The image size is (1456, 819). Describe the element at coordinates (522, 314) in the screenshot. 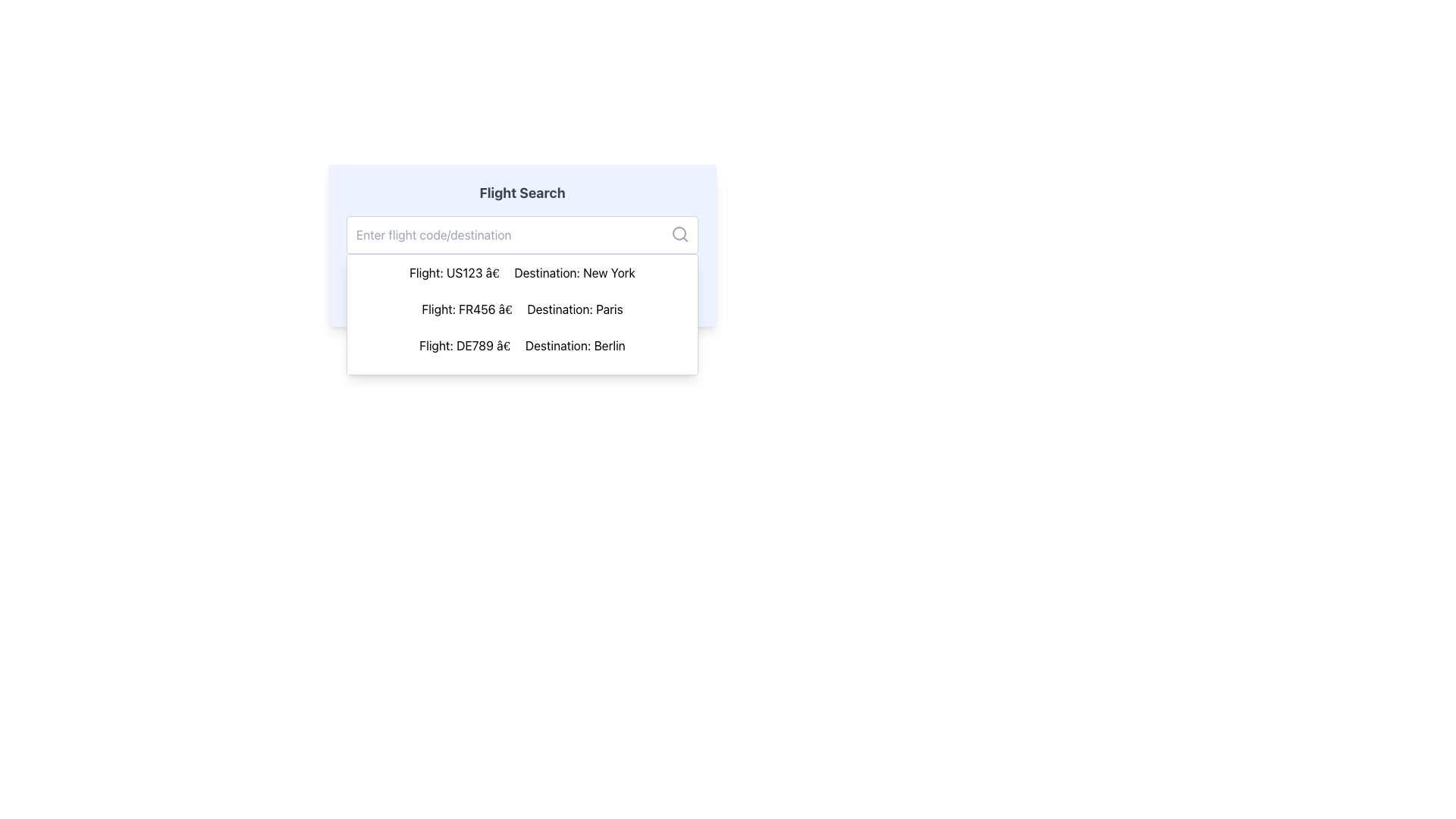

I see `an item in the dropdown menu styled with a white background and gray borders, located under the 'Enter flight code/destination' search input field` at that location.